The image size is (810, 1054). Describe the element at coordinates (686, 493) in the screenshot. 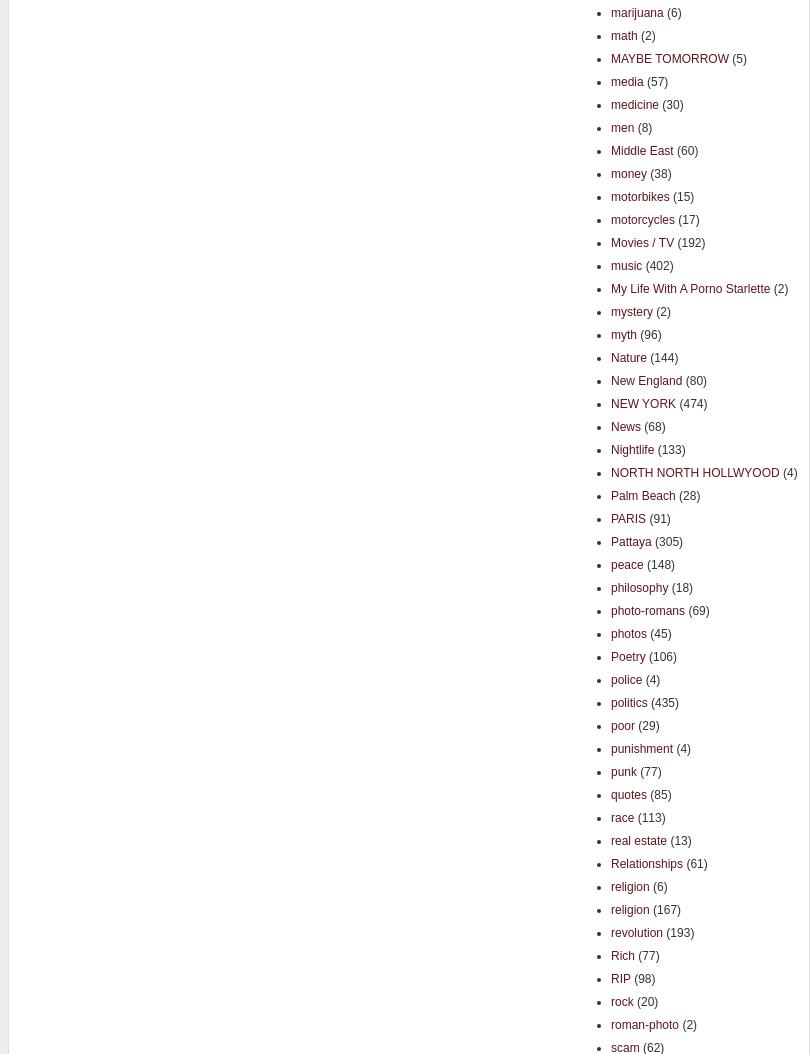

I see `'(28)'` at that location.